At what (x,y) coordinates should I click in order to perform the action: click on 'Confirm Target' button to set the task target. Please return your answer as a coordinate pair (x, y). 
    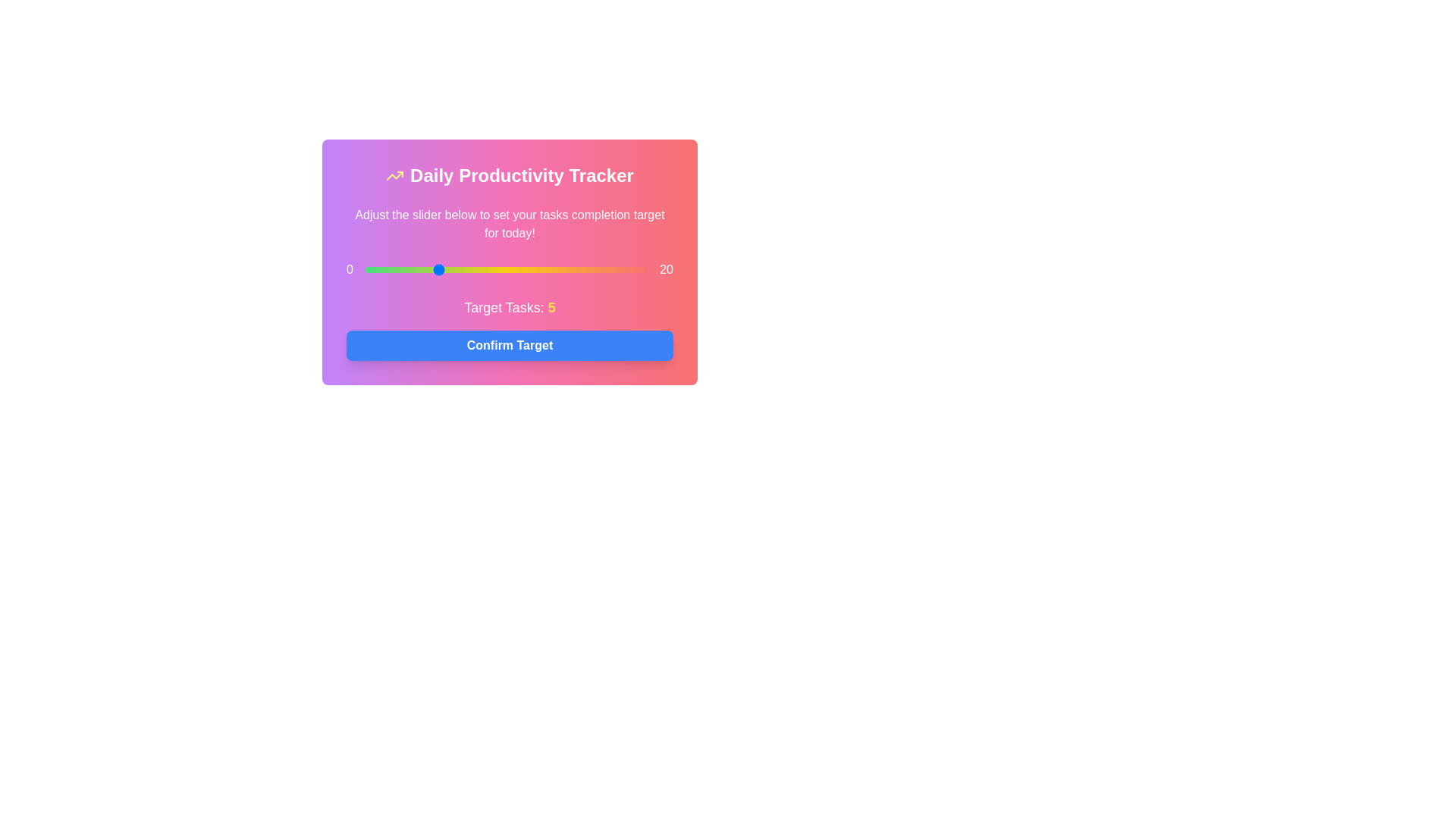
    Looking at the image, I should click on (510, 345).